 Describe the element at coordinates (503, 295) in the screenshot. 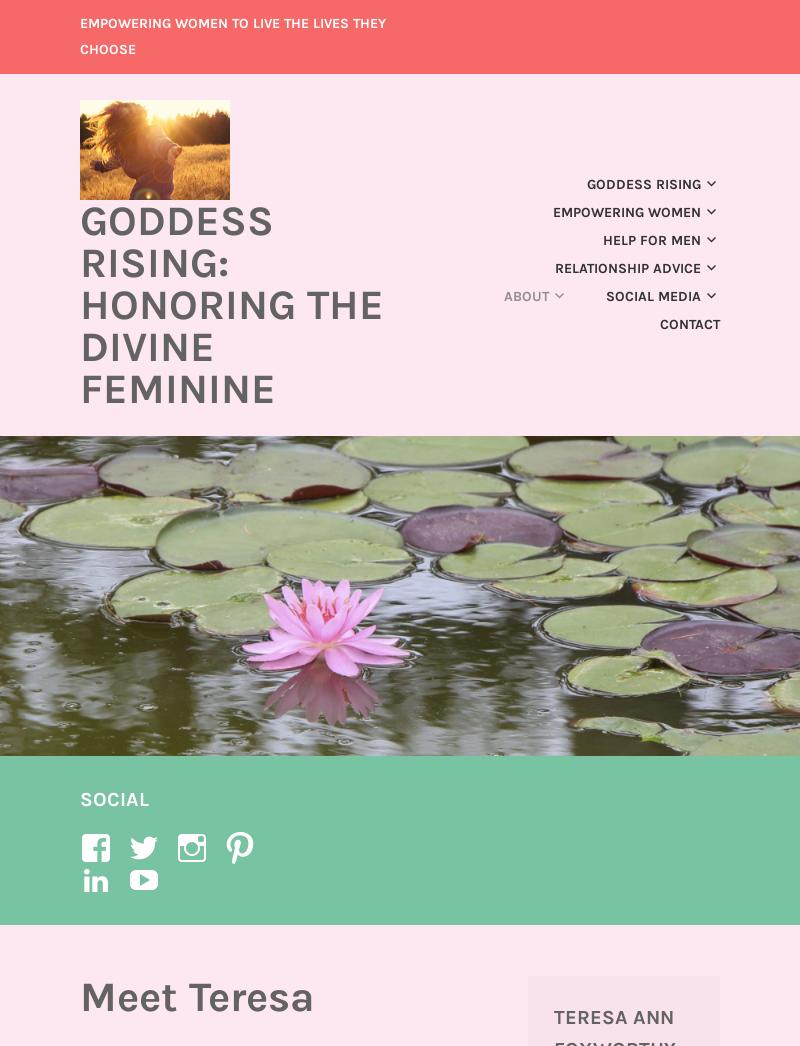

I see `'About'` at that location.